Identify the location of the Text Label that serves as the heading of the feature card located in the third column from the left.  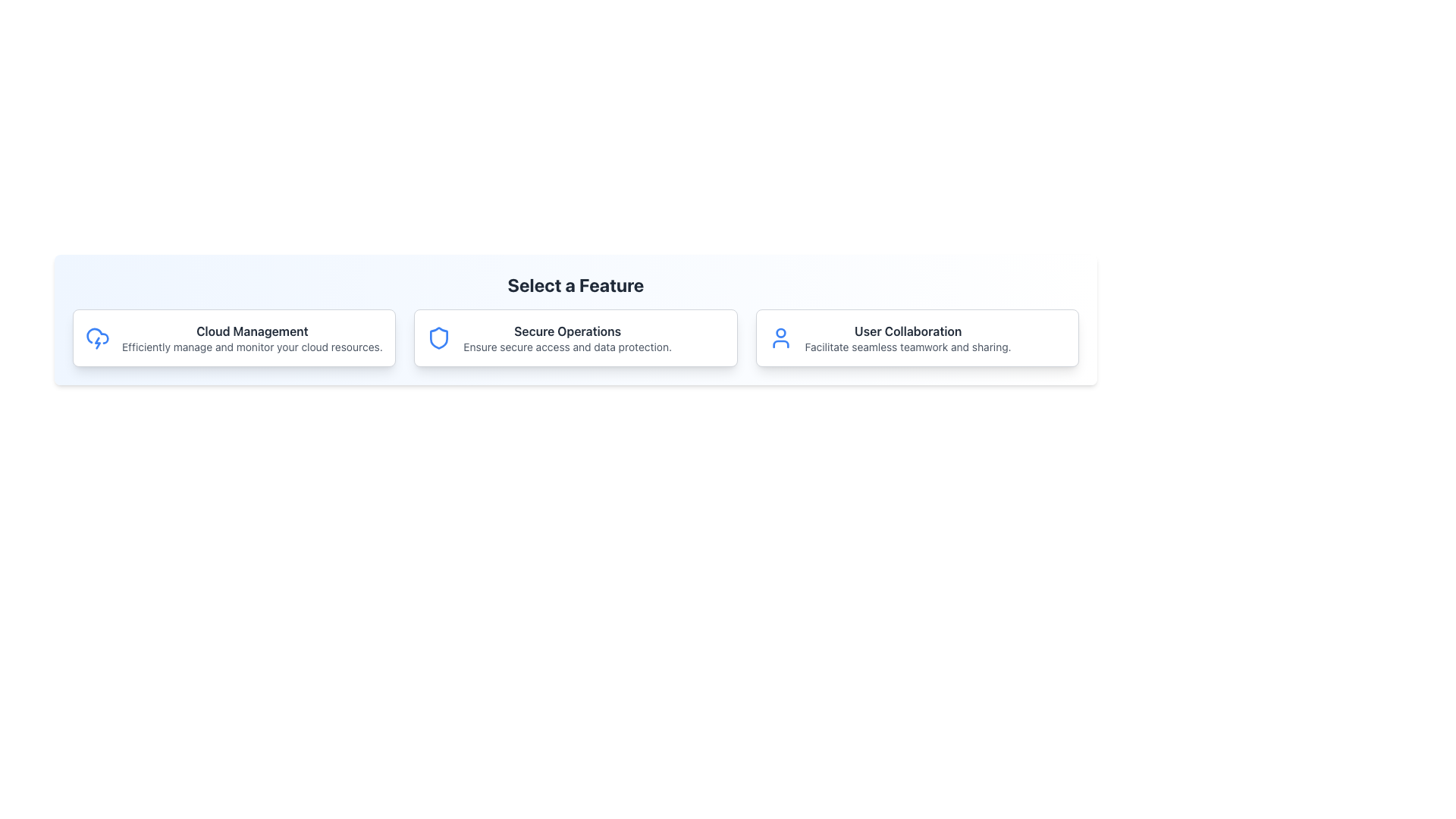
(908, 330).